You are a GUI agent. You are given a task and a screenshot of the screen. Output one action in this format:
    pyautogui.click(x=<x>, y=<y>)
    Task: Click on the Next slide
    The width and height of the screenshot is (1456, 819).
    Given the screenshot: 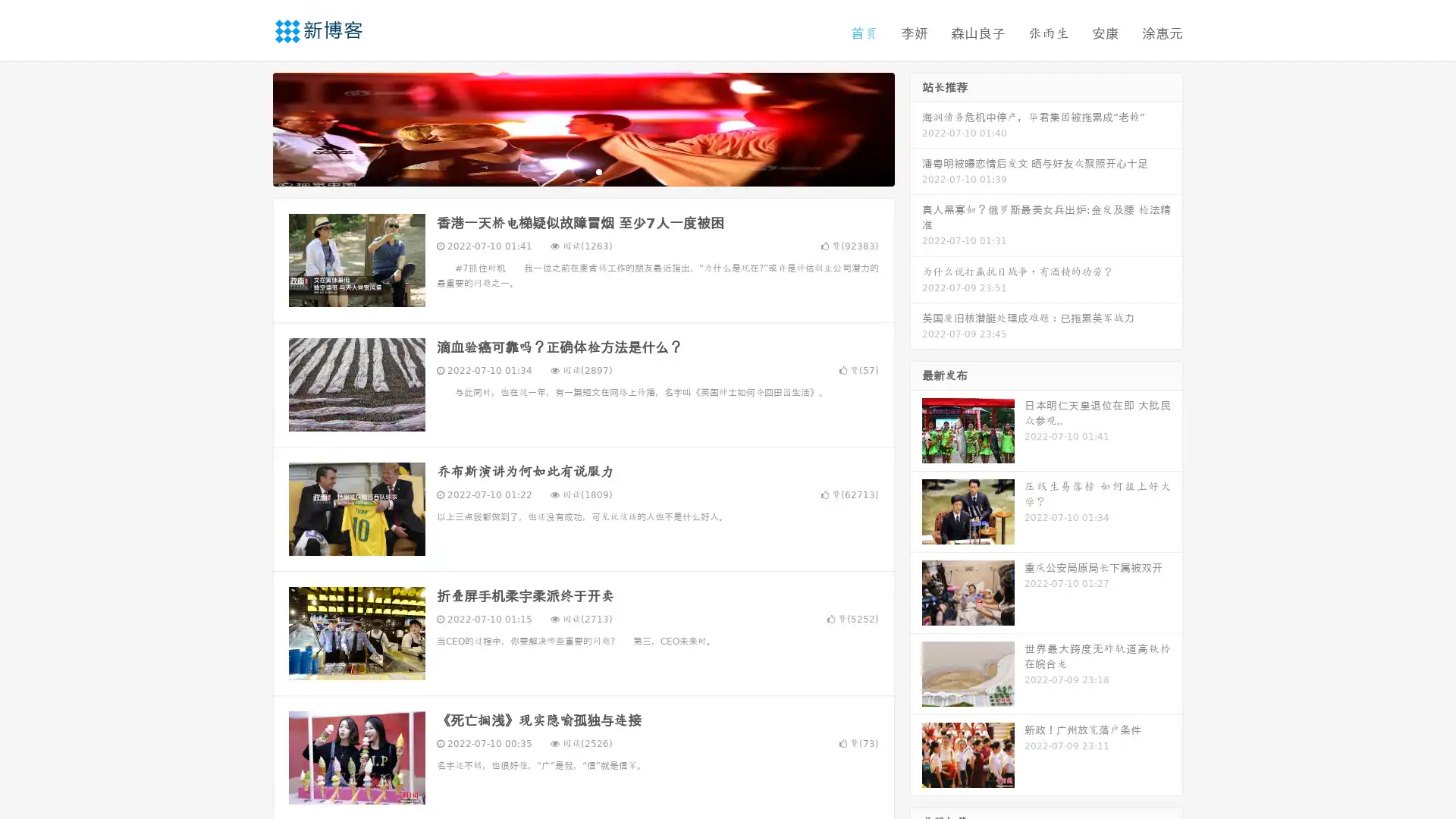 What is the action you would take?
    pyautogui.click(x=916, y=127)
    